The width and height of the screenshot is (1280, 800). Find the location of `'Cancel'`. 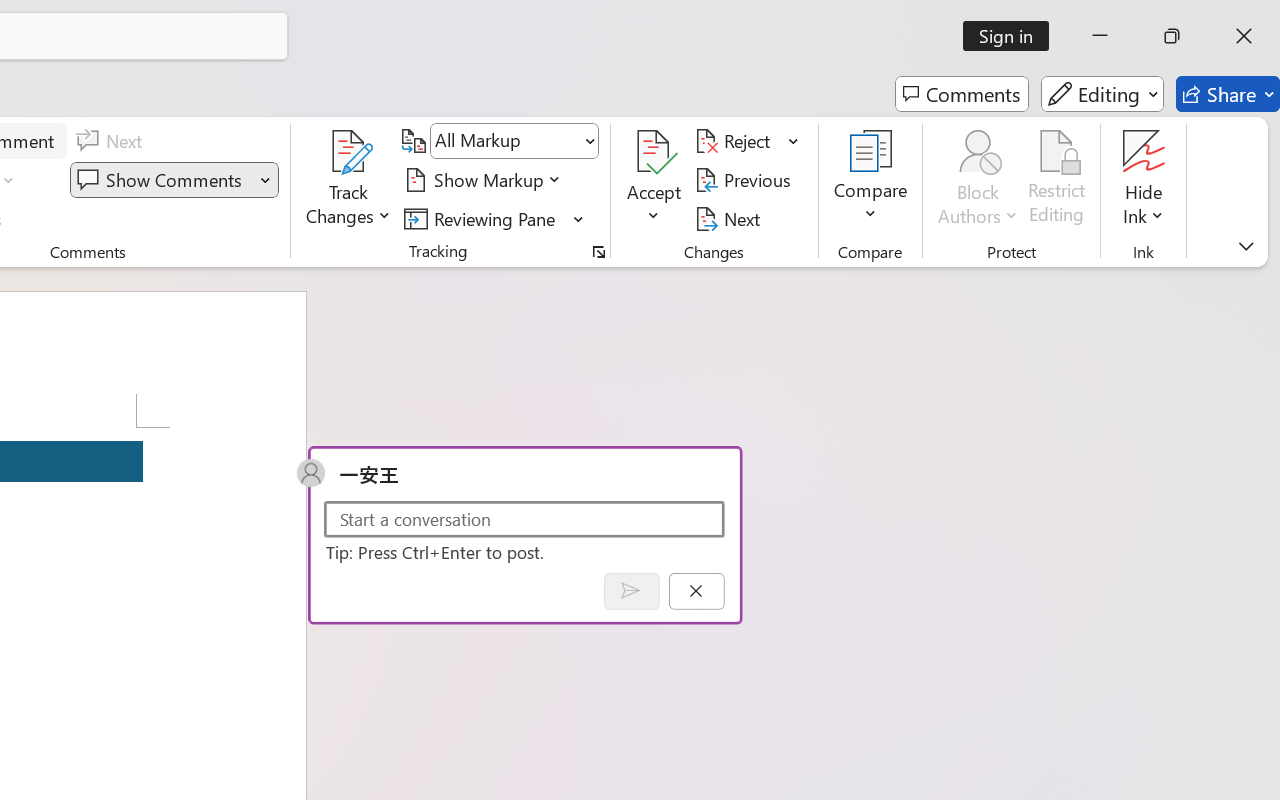

'Cancel' is located at coordinates (696, 590).